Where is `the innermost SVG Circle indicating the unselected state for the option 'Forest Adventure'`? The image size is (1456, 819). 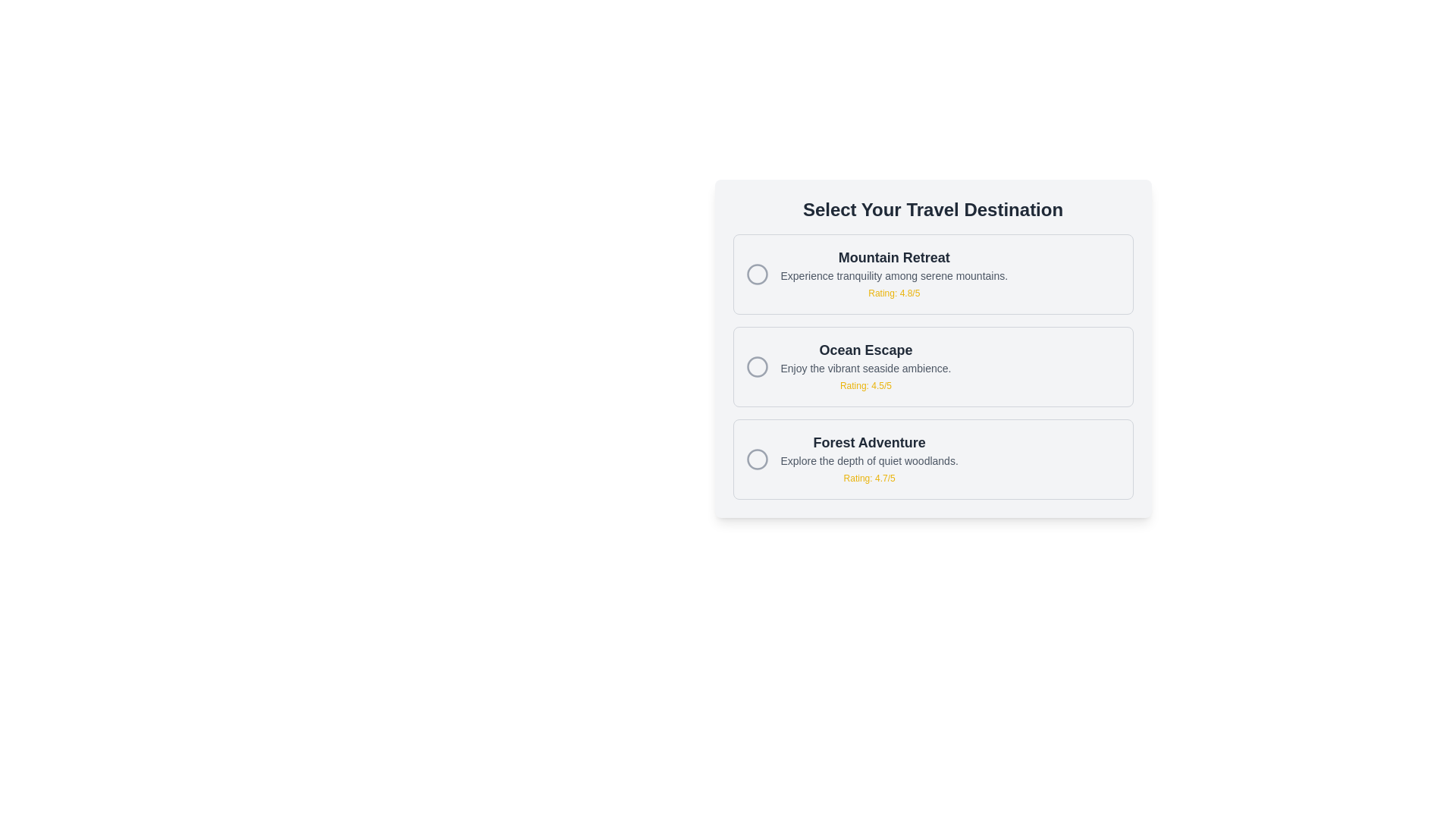
the innermost SVG Circle indicating the unselected state for the option 'Forest Adventure' is located at coordinates (757, 458).